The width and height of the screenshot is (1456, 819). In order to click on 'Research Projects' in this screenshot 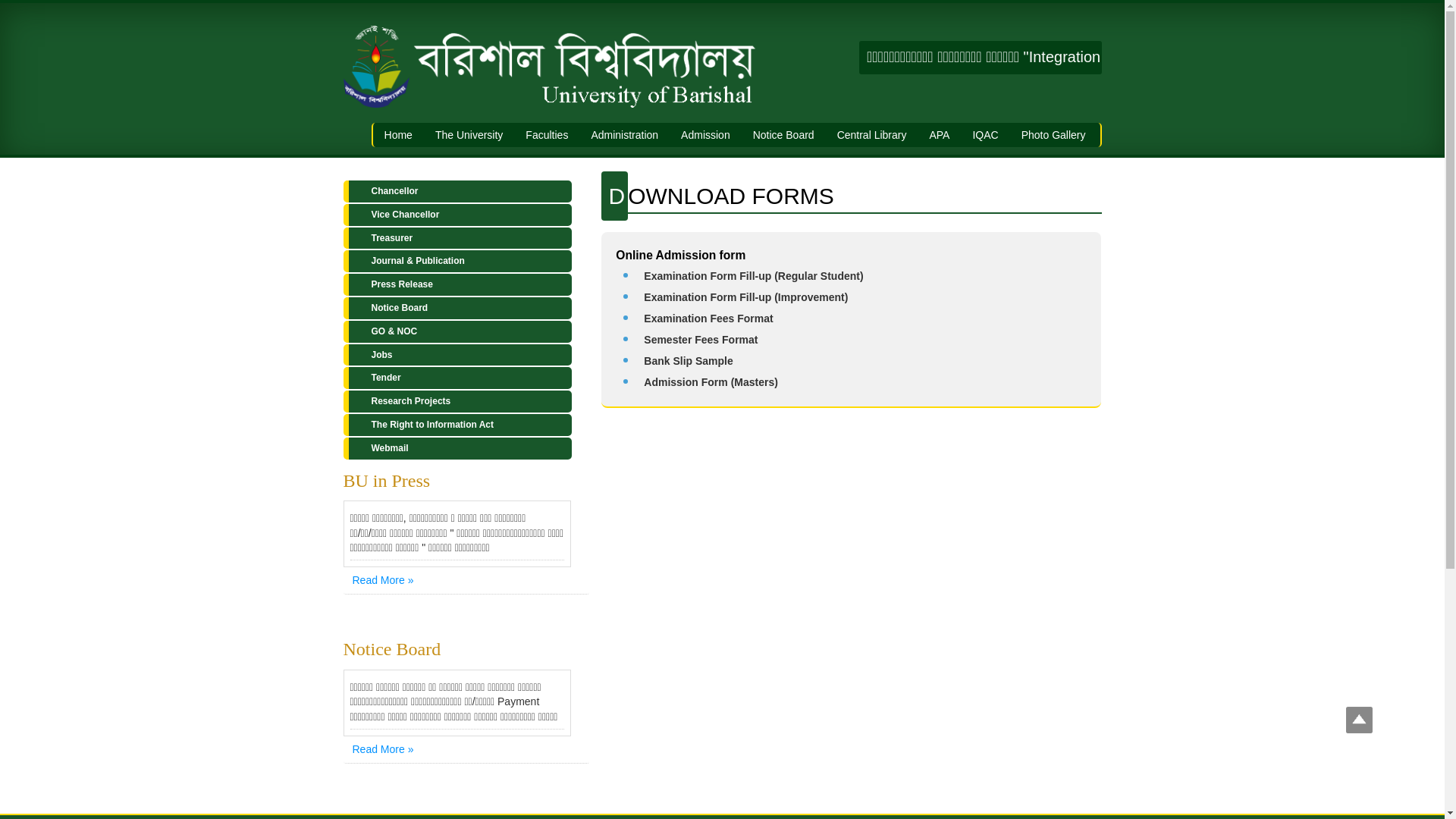, I will do `click(456, 400)`.